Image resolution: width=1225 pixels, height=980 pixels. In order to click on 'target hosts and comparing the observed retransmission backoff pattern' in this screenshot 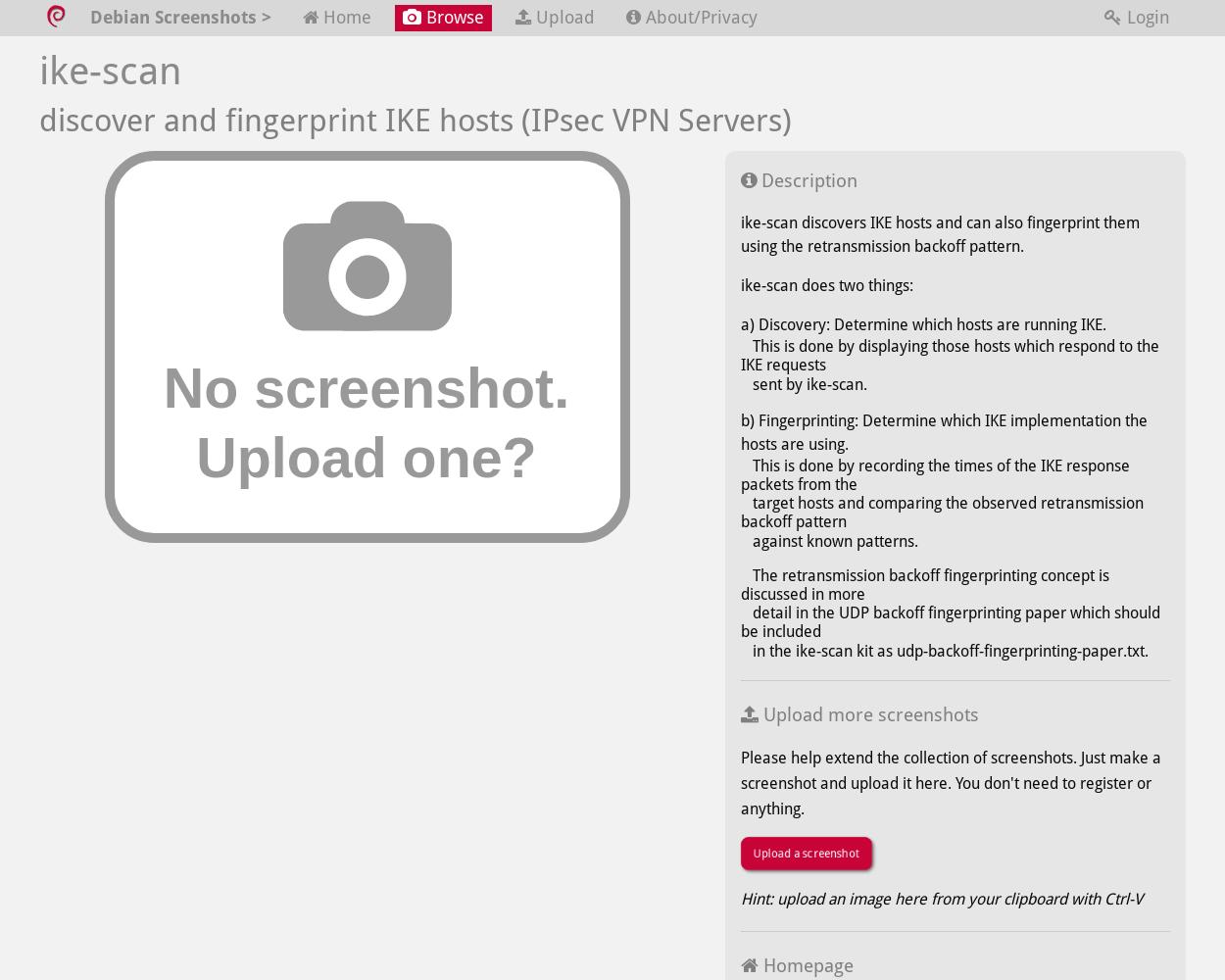, I will do `click(941, 513)`.